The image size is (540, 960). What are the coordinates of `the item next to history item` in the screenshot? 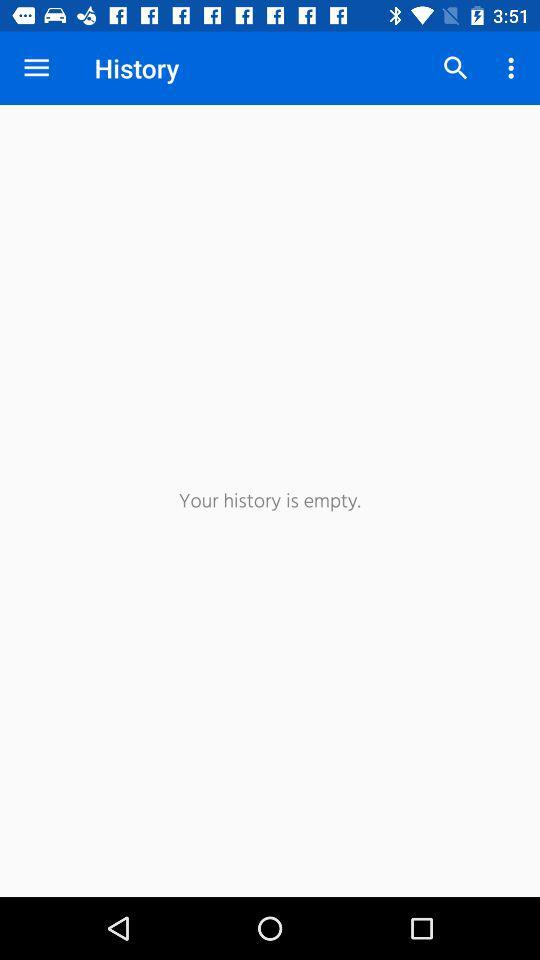 It's located at (36, 68).